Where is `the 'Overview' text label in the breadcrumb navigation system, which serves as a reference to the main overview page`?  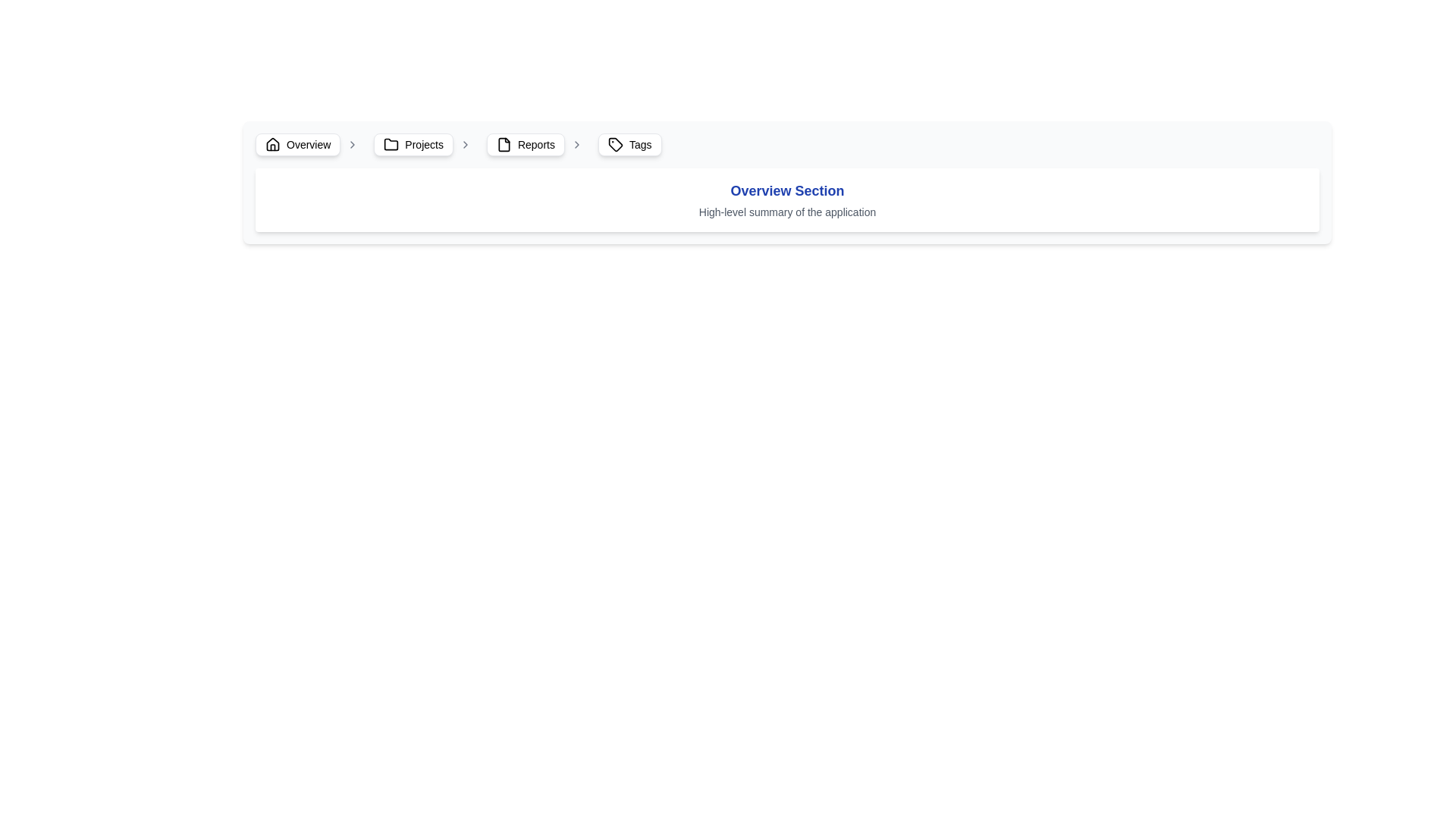 the 'Overview' text label in the breadcrumb navigation system, which serves as a reference to the main overview page is located at coordinates (308, 145).